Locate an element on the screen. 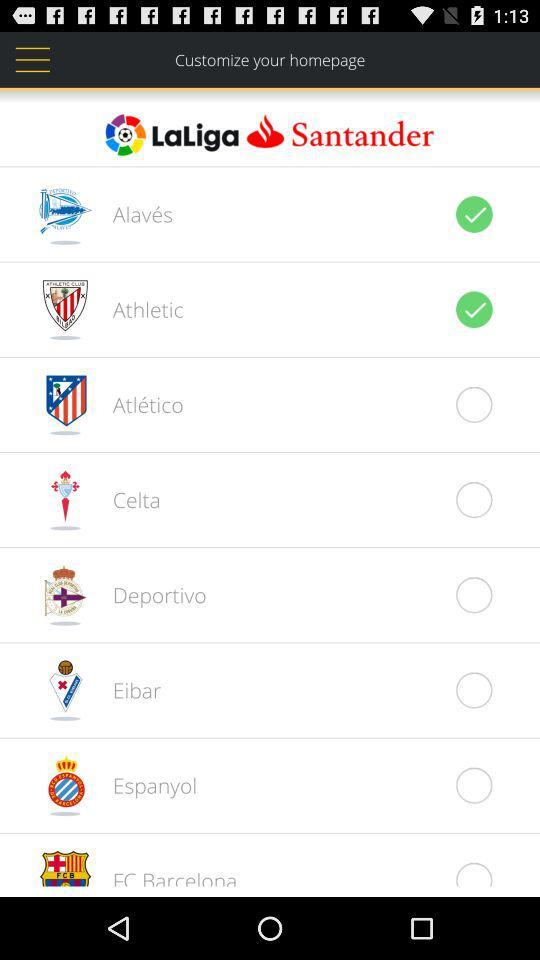  celta icon is located at coordinates (126, 498).